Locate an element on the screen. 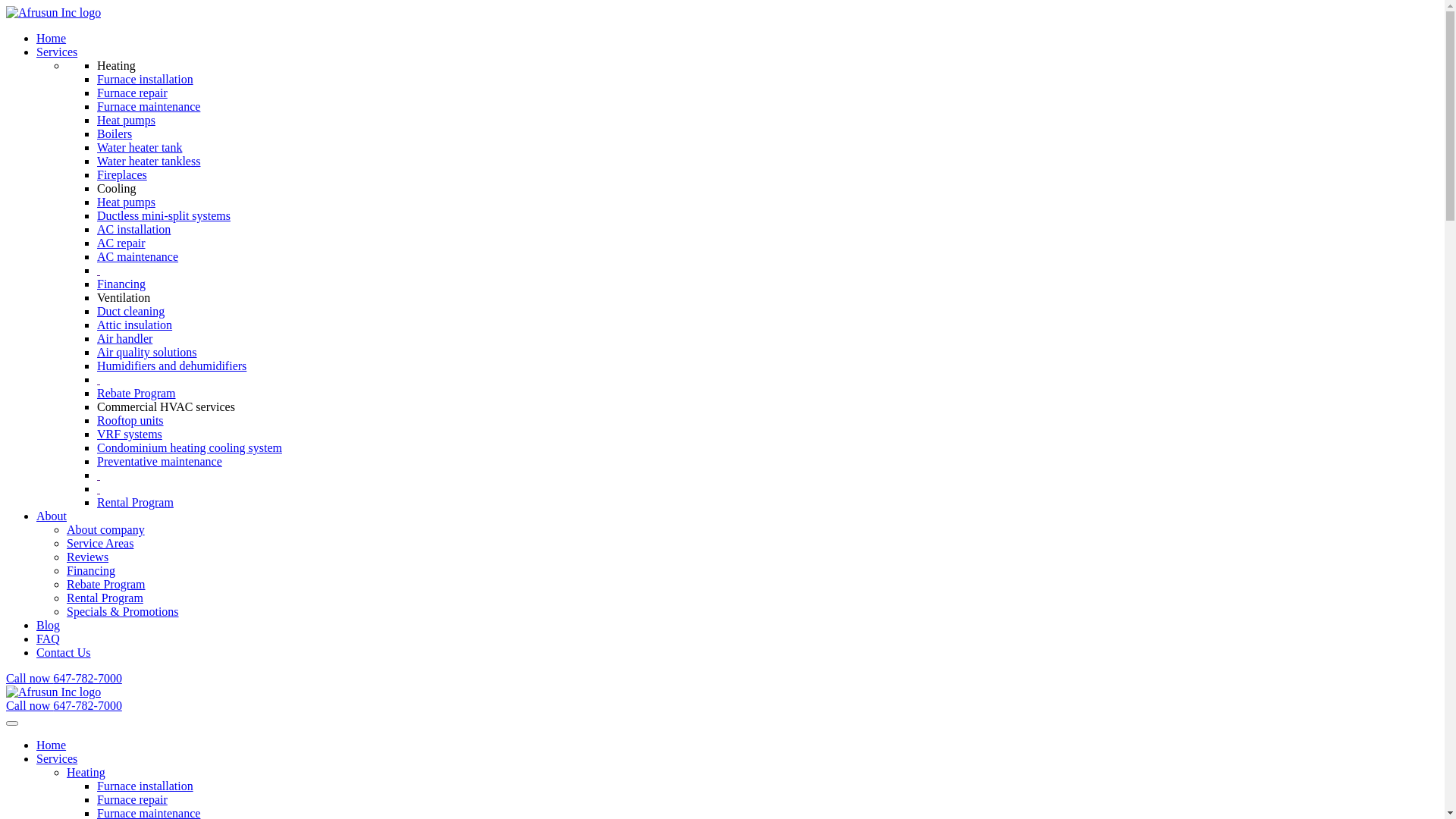  'Reviews' is located at coordinates (86, 557).